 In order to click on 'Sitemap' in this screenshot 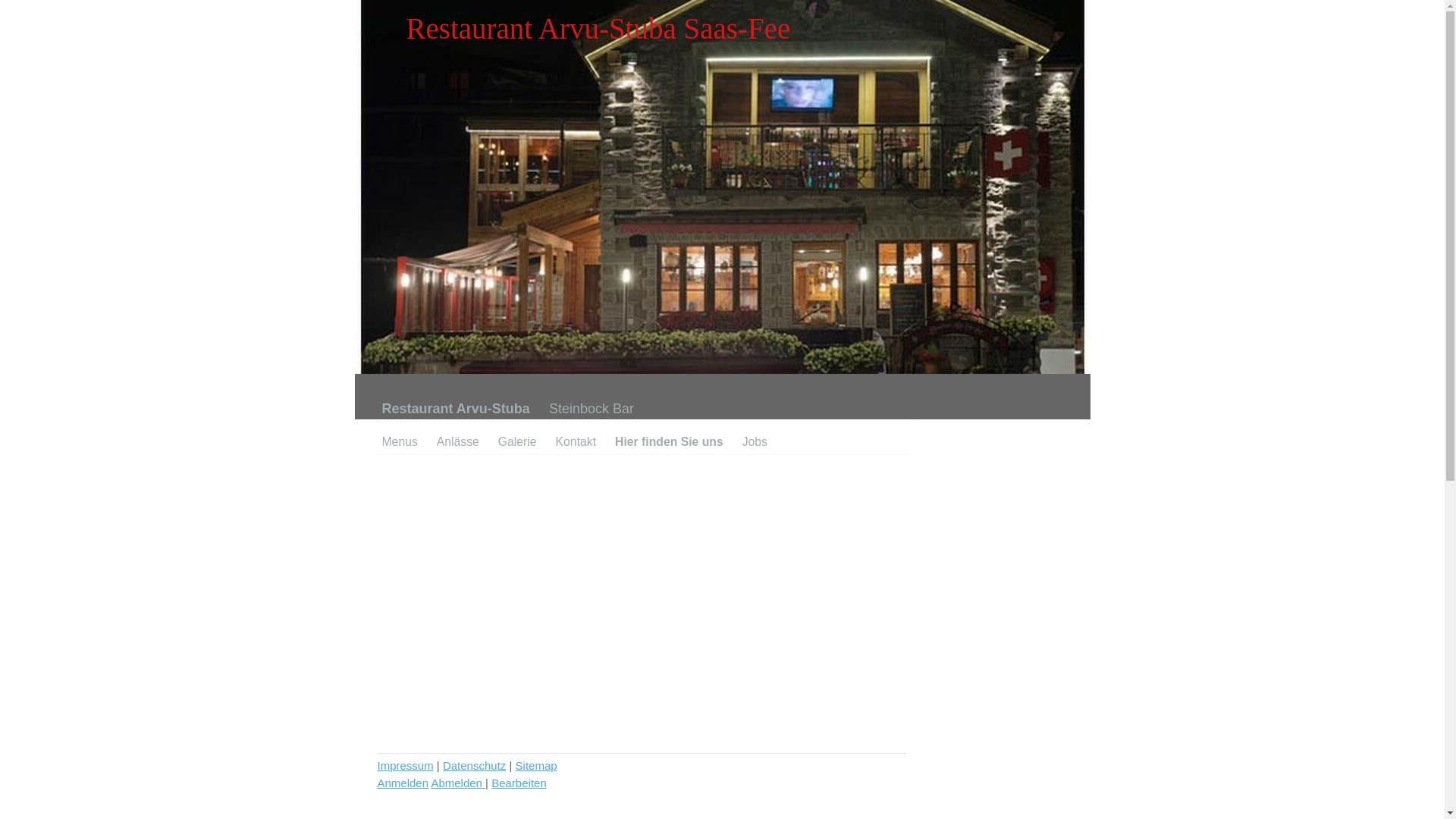, I will do `click(536, 765)`.